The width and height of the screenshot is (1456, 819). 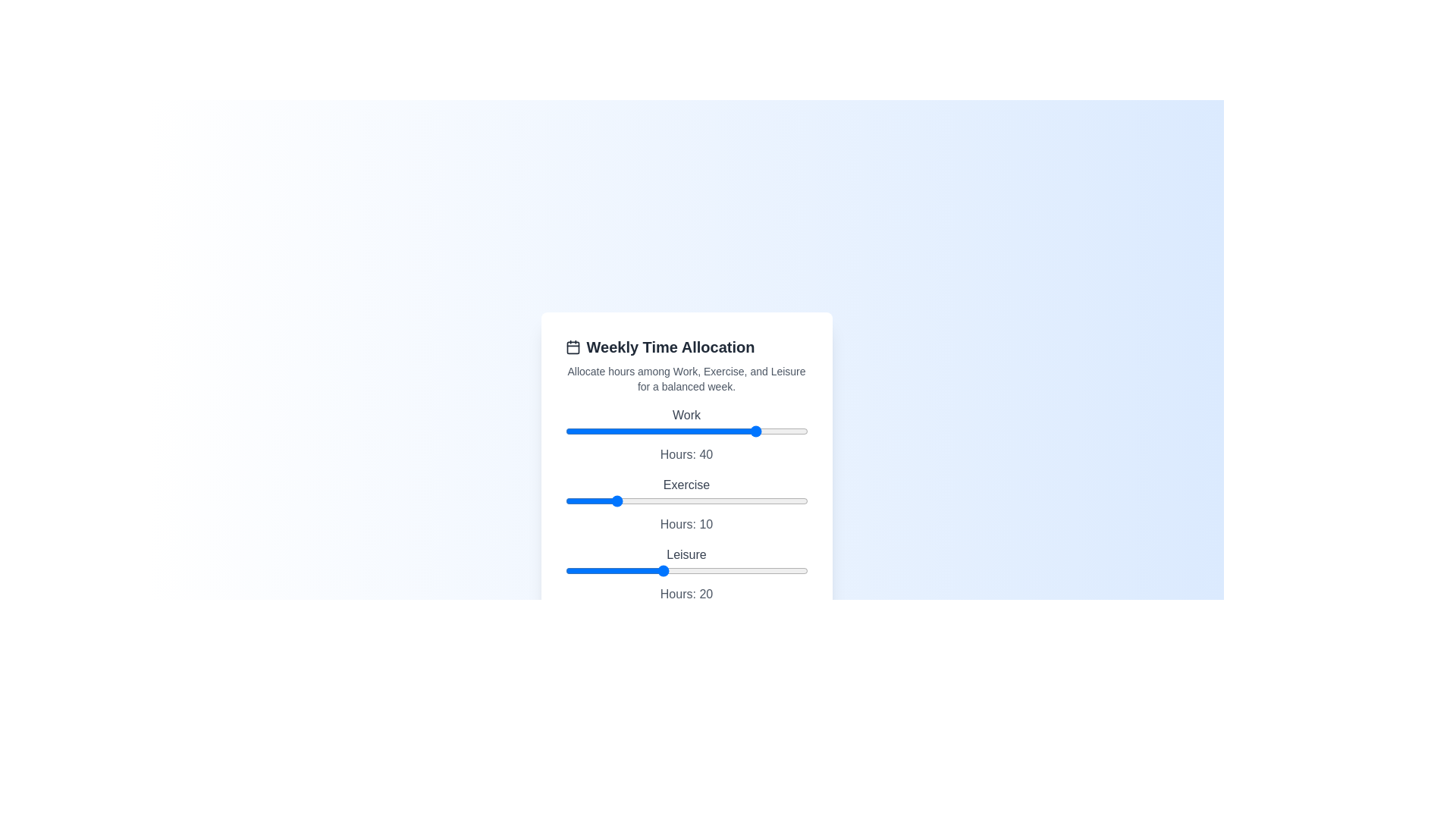 What do you see at coordinates (686, 570) in the screenshot?
I see `the slider associated with the label Leisure` at bounding box center [686, 570].